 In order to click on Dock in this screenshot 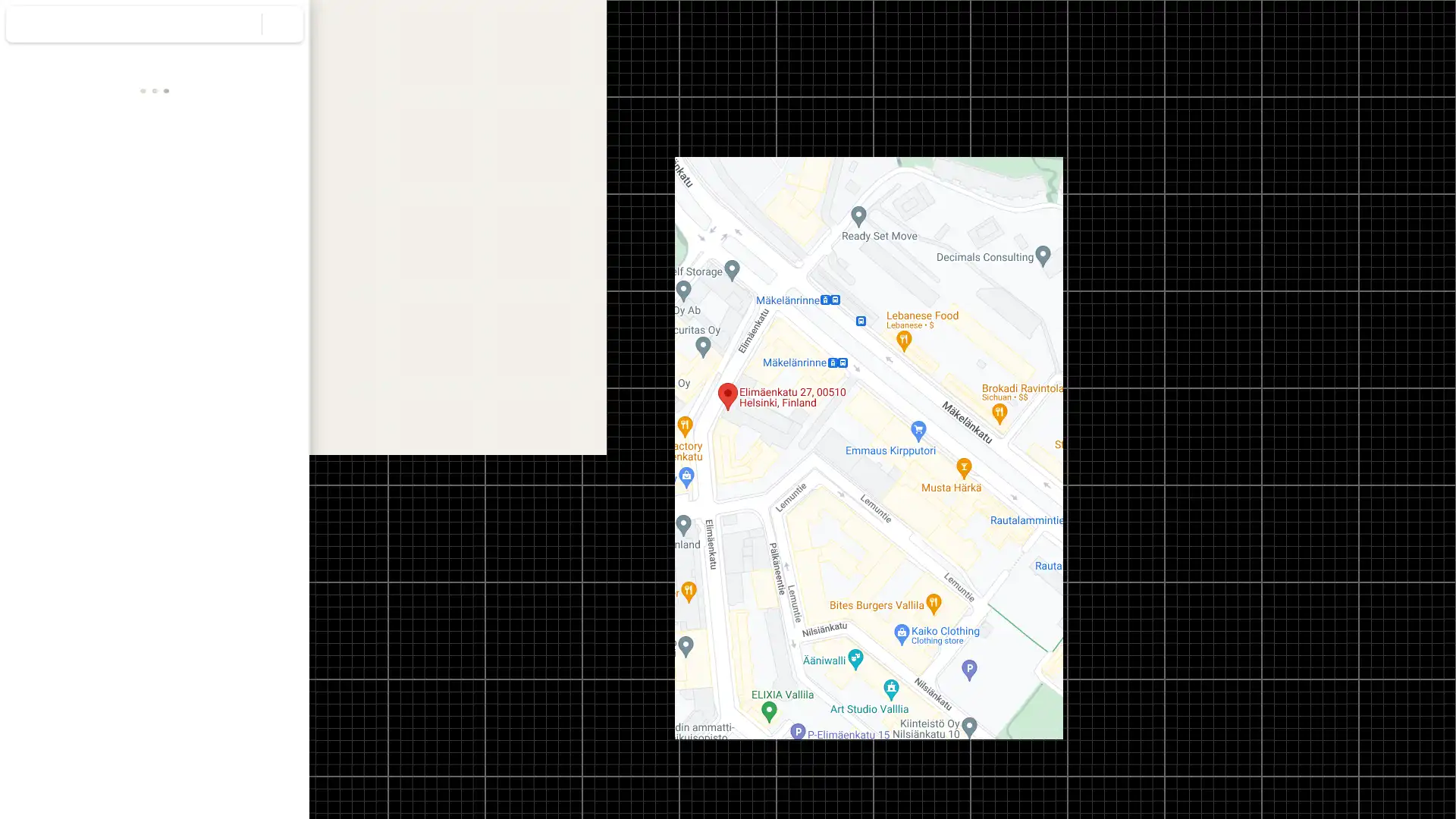, I will do `click(265, 202)`.